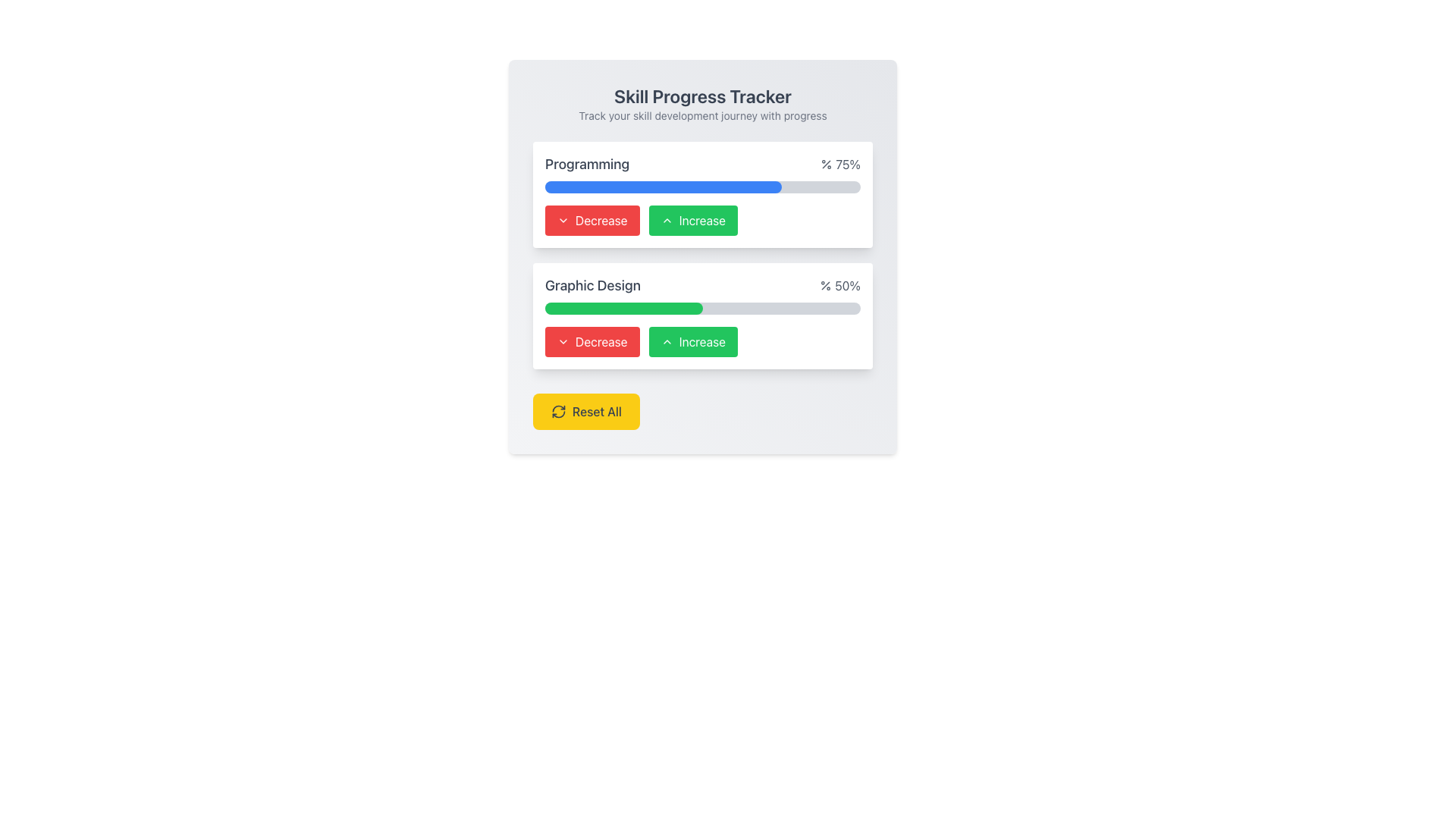 Image resolution: width=1456 pixels, height=819 pixels. Describe the element at coordinates (826, 164) in the screenshot. I see `the decorative diagonal line within the percentage symbol icon, which is located to the left of the Programming progress percentage text (75%) in the top progress tracker box` at that location.